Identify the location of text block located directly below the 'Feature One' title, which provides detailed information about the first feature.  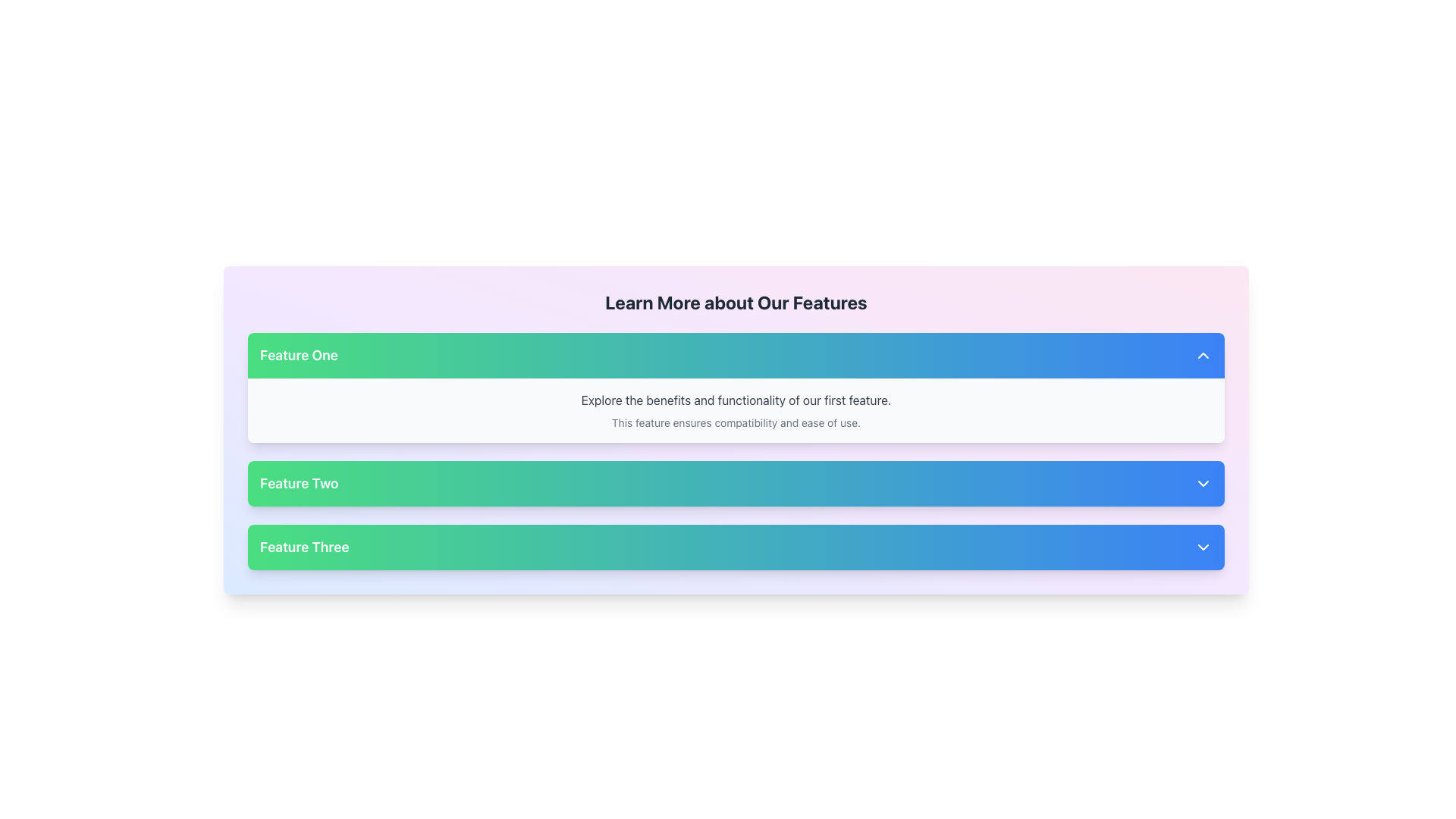
(736, 410).